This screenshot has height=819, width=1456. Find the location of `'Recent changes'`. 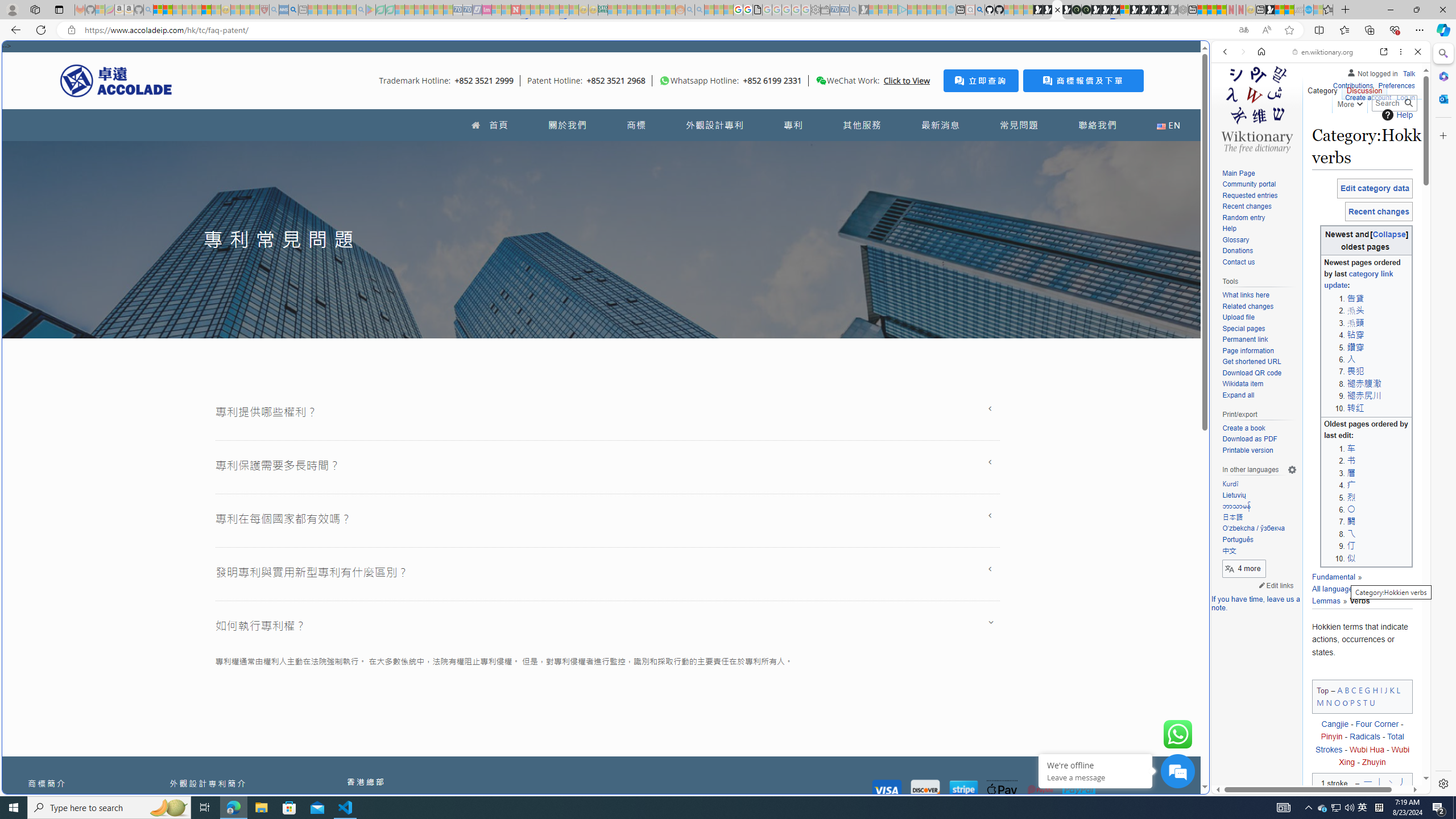

'Recent changes' is located at coordinates (1259, 206).